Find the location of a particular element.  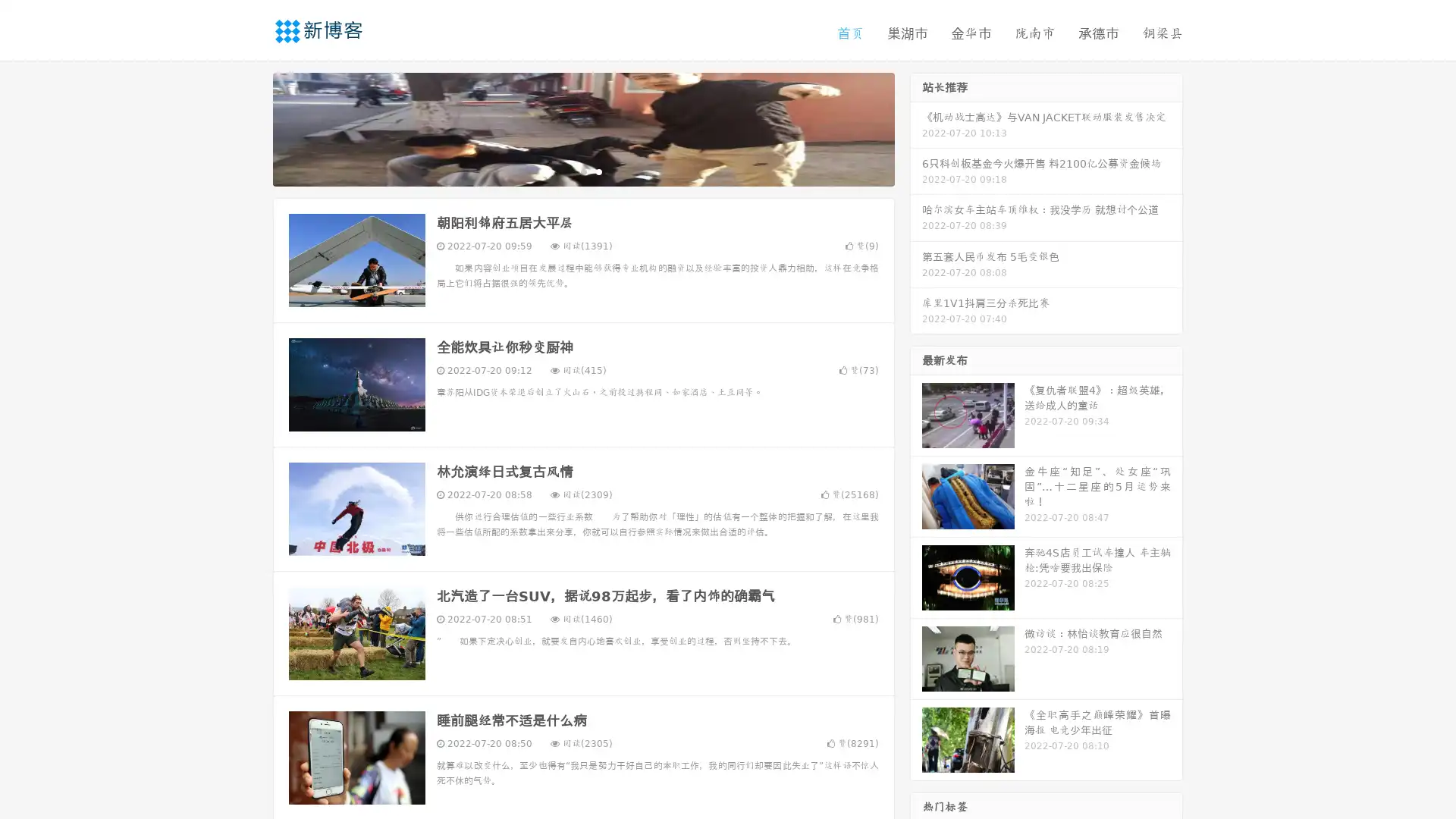

Go to slide 1 is located at coordinates (567, 171).